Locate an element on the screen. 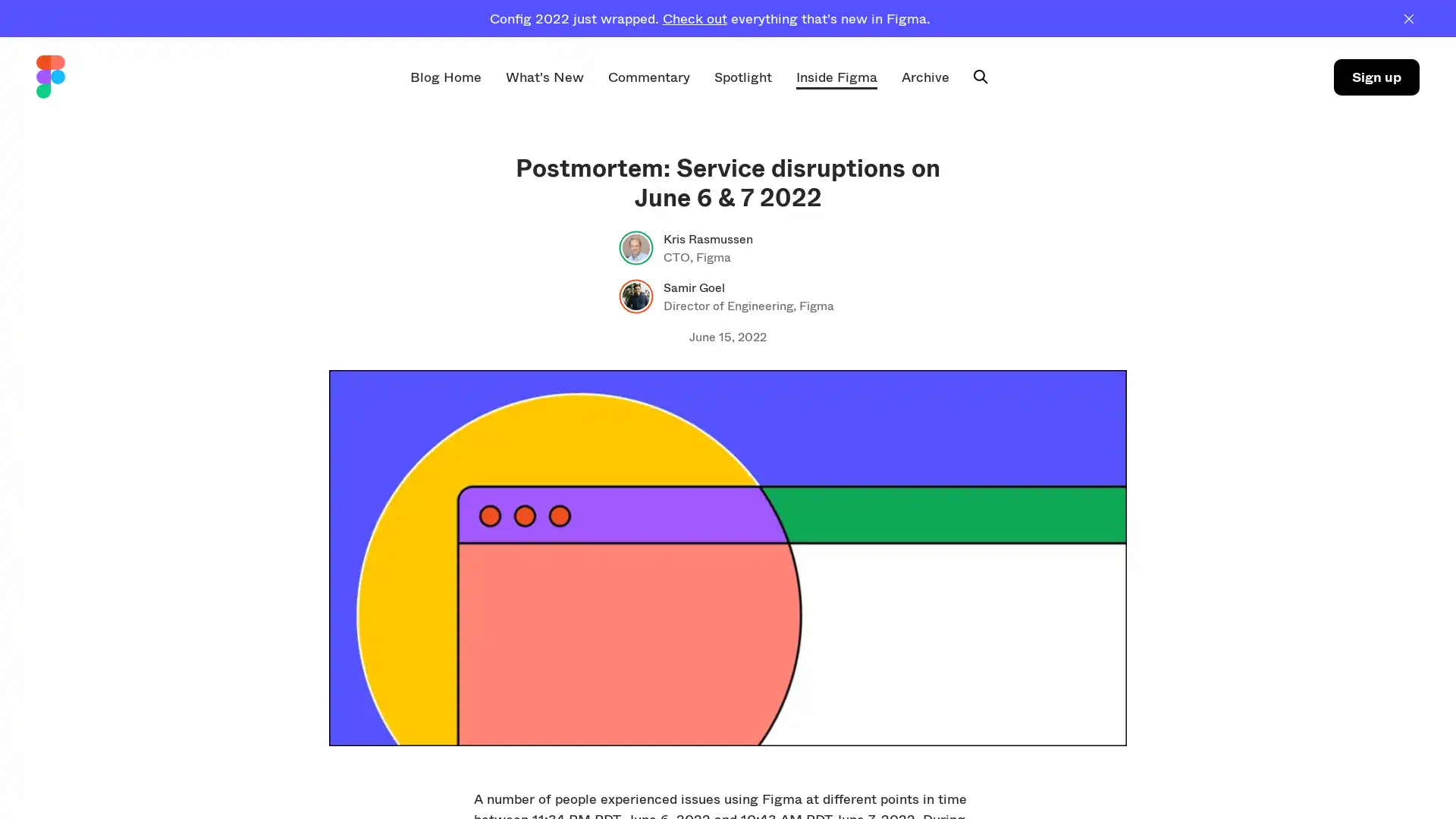  Sign up is located at coordinates (1376, 76).